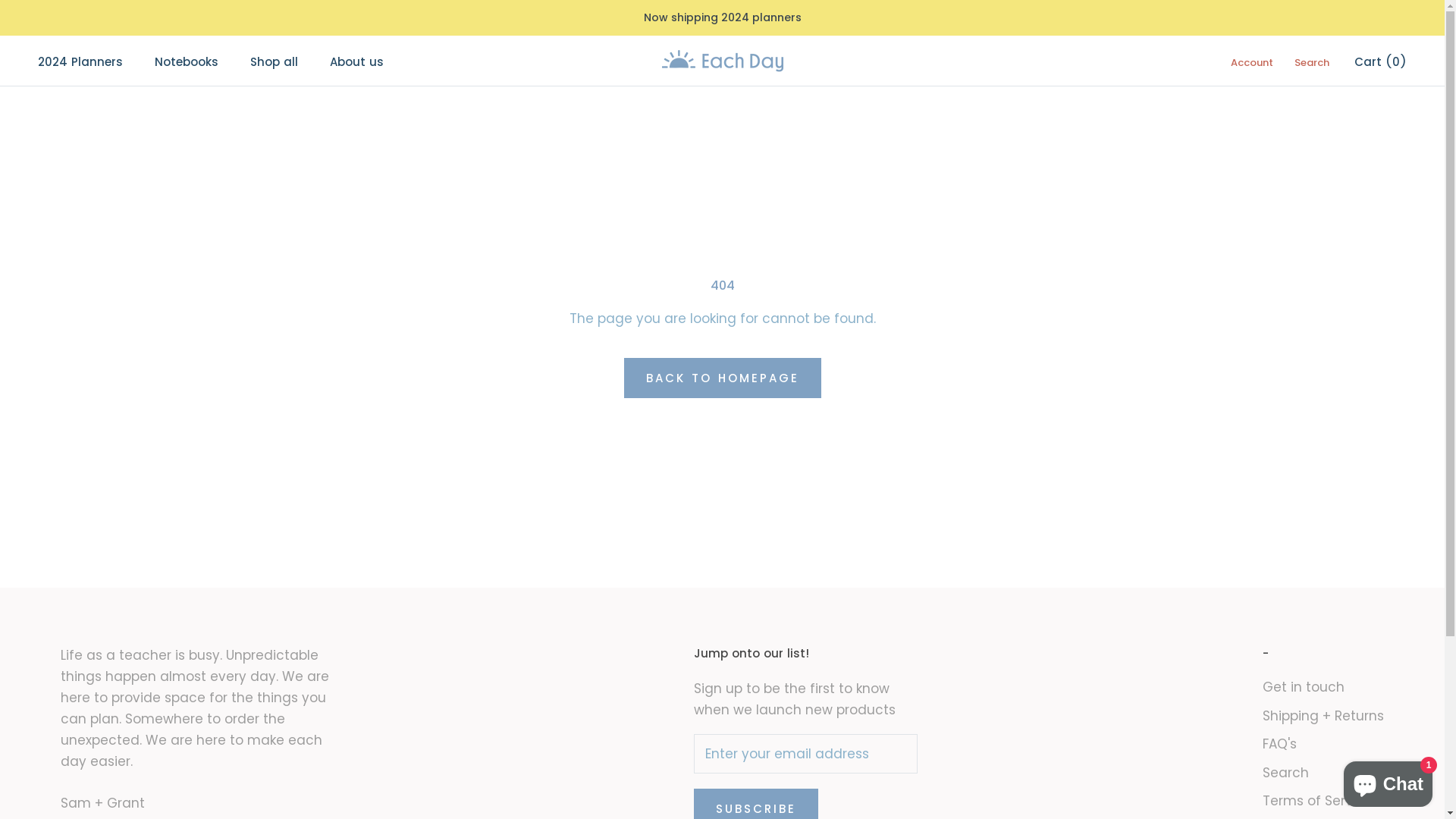 Image resolution: width=1456 pixels, height=819 pixels. Describe the element at coordinates (1323, 717) in the screenshot. I see `'Shipping + Returns'` at that location.